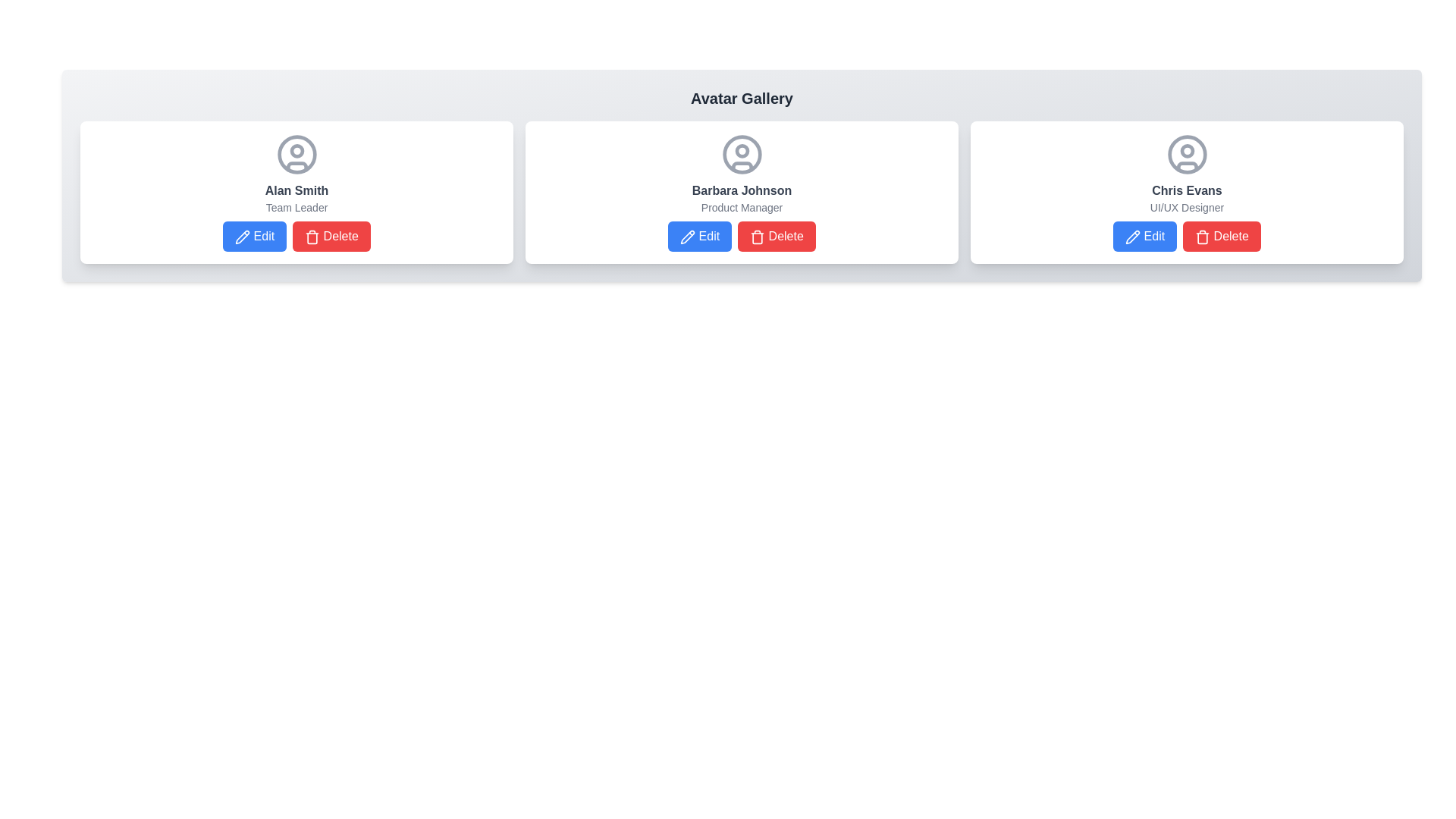 The image size is (1456, 819). I want to click on the trash can icon within the red 'Delete' button located in the bottom right of the card for 'Alan Smith - Team Leader', so click(312, 237).